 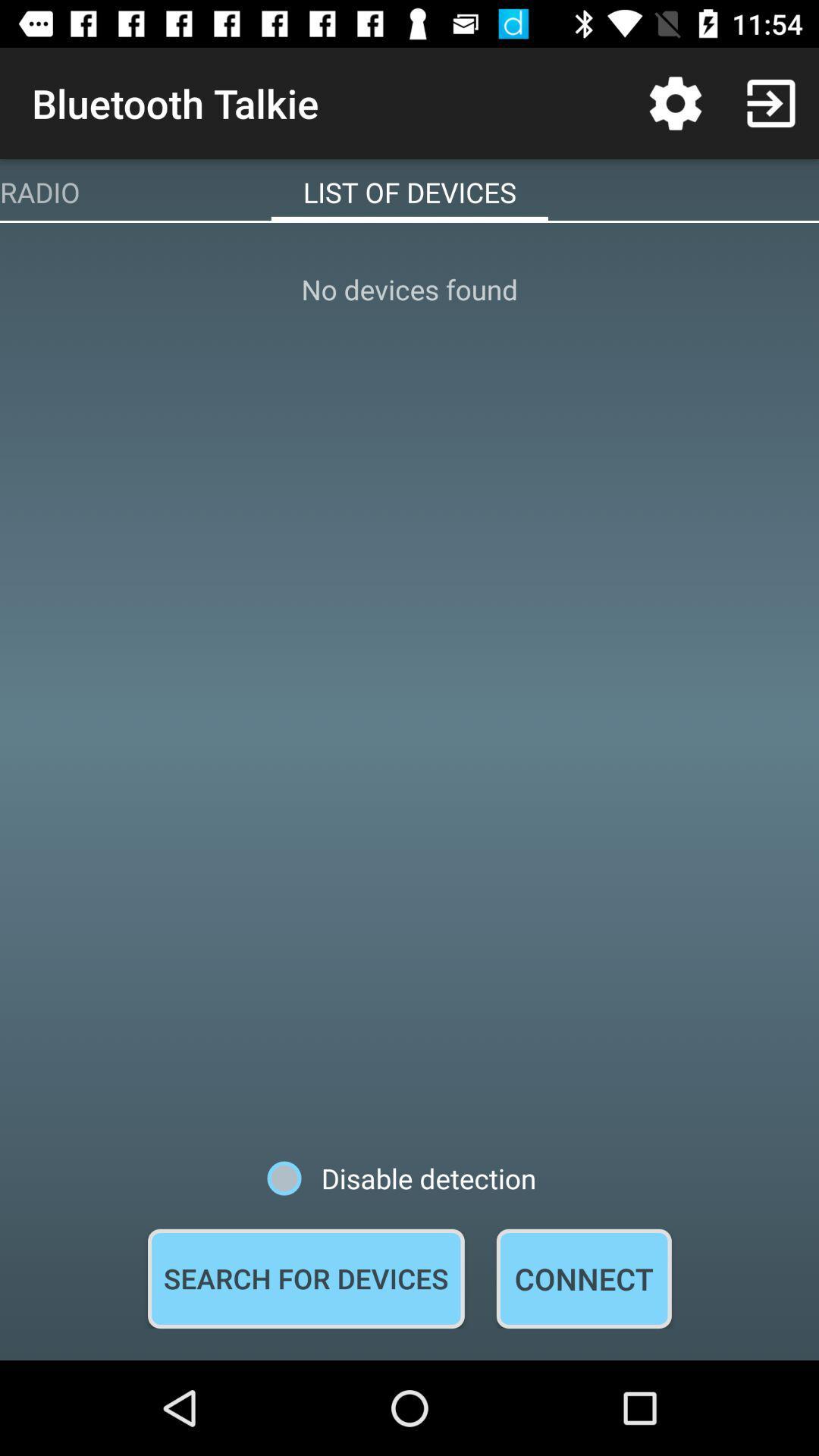 What do you see at coordinates (400, 1178) in the screenshot?
I see `disable detection icon` at bounding box center [400, 1178].